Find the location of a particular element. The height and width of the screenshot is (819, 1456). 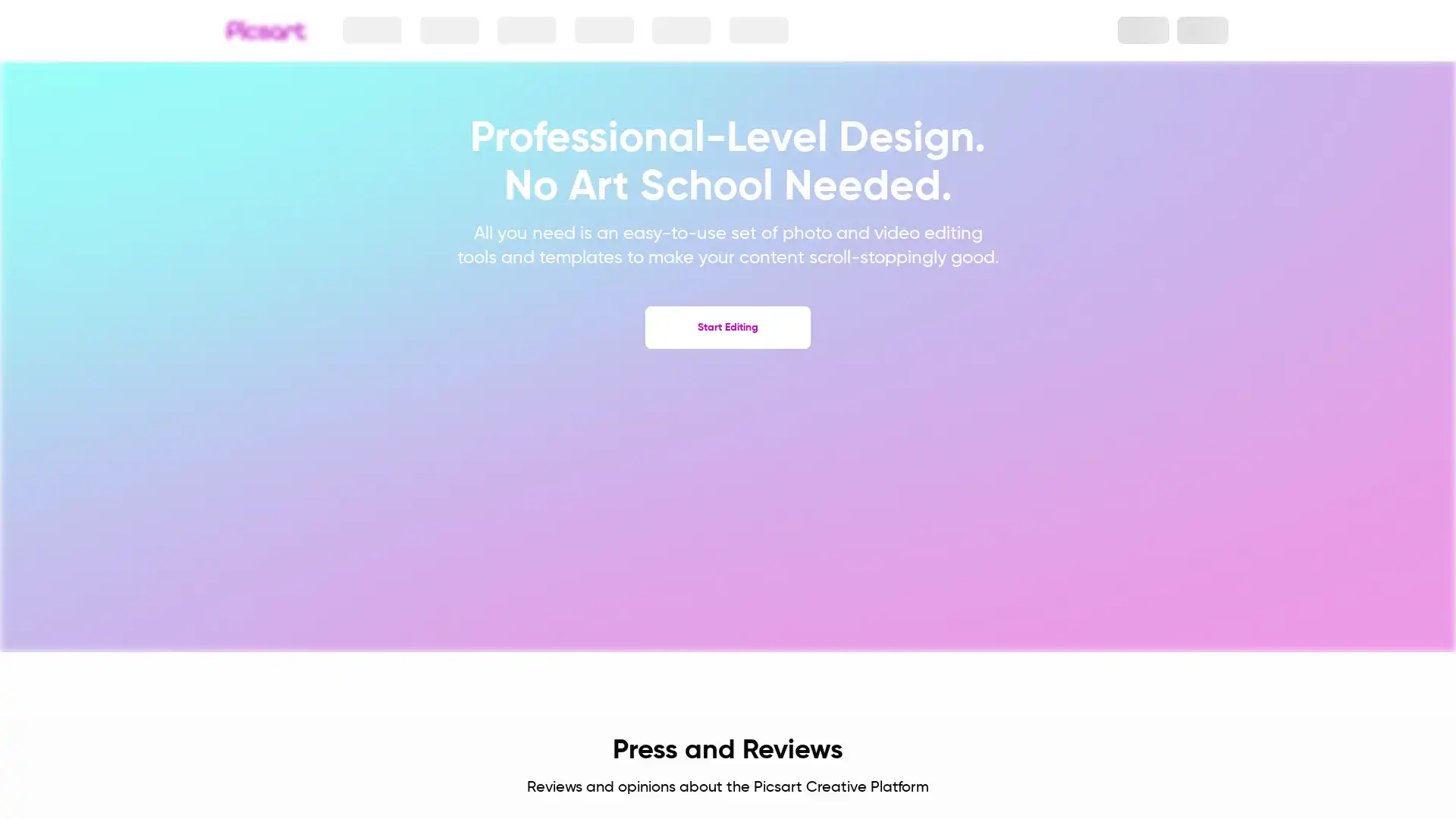

Editing Tools and Features Menu is located at coordinates (602, 30).